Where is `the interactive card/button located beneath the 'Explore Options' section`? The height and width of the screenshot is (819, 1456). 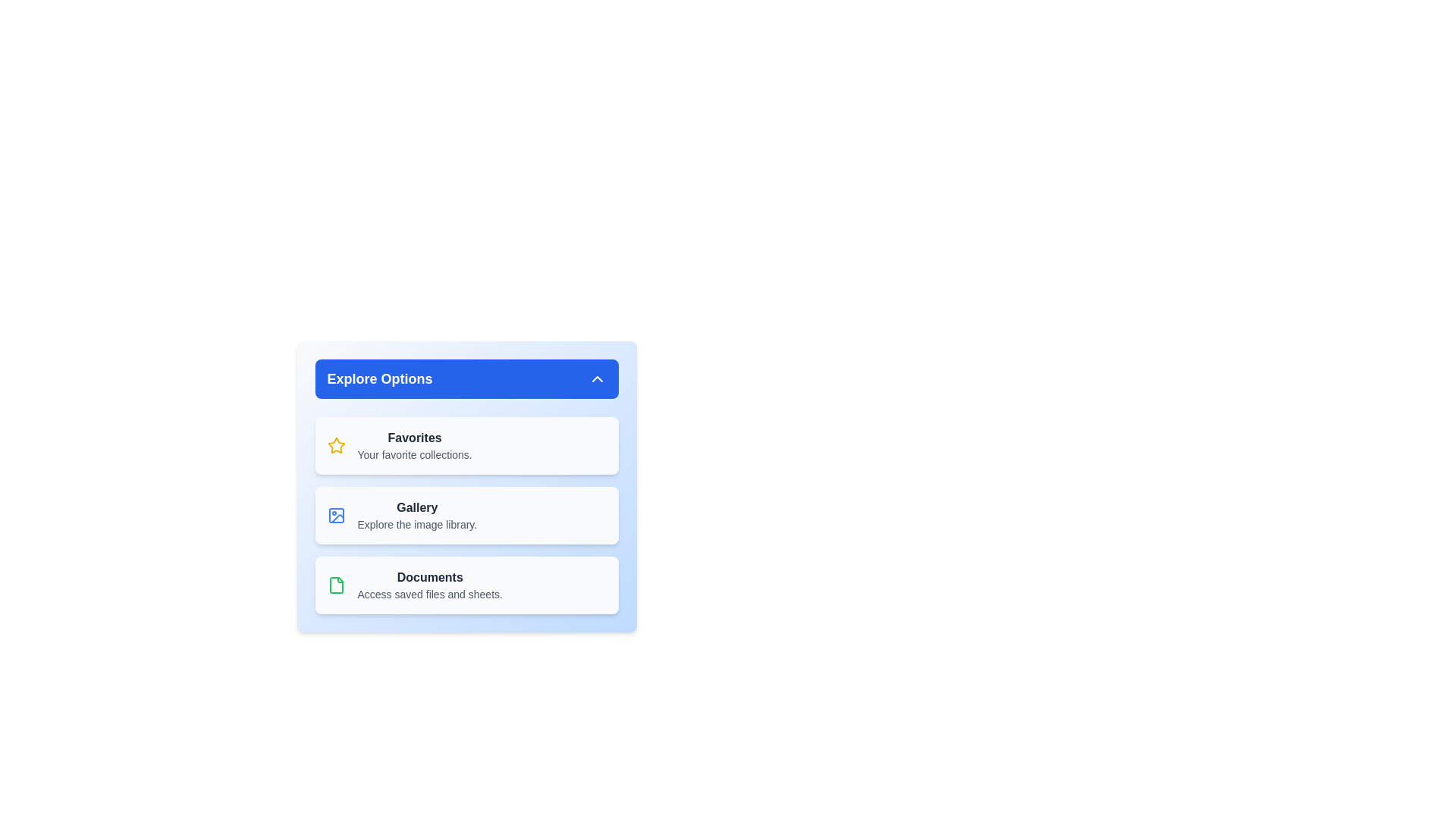
the interactive card/button located beneath the 'Explore Options' section is located at coordinates (466, 514).